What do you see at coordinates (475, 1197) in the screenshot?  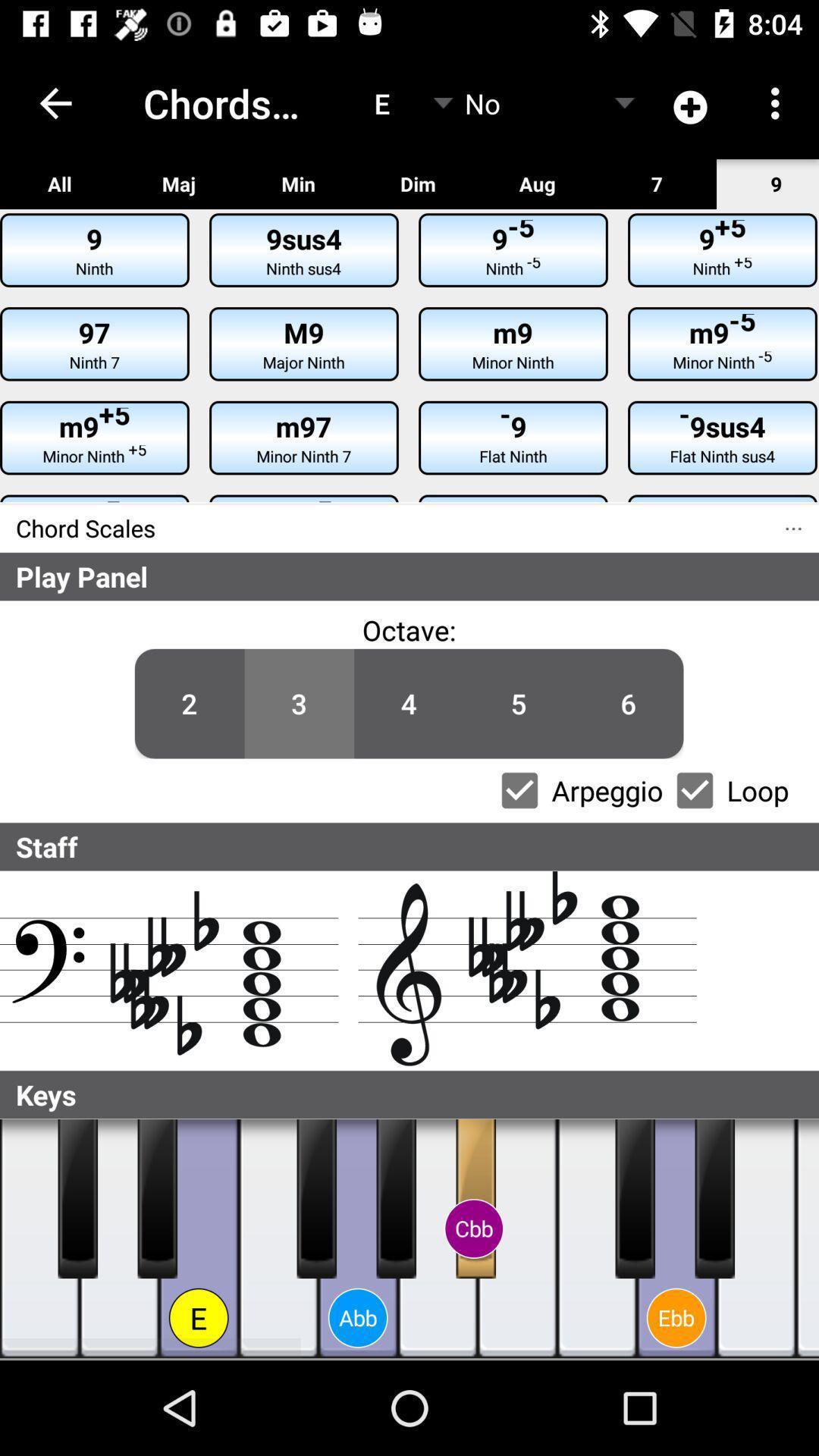 I see `click the cbb key` at bounding box center [475, 1197].